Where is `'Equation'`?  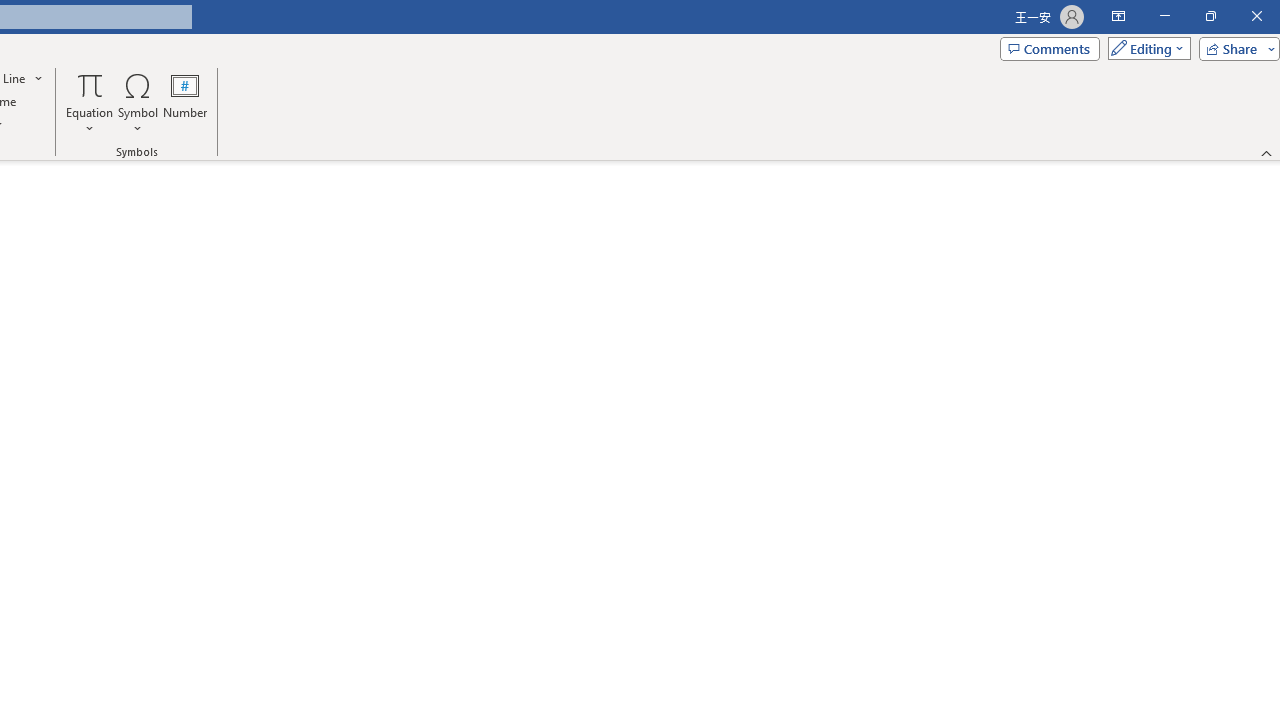 'Equation' is located at coordinates (89, 103).